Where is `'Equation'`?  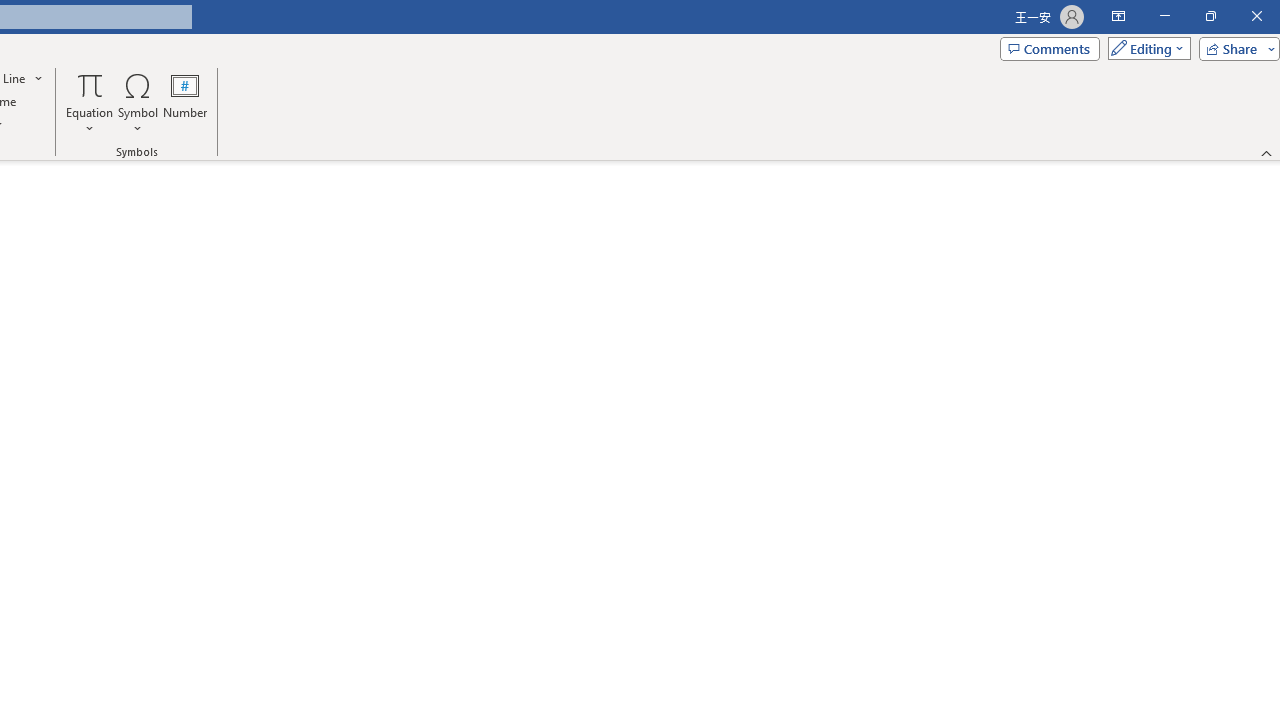 'Equation' is located at coordinates (89, 103).